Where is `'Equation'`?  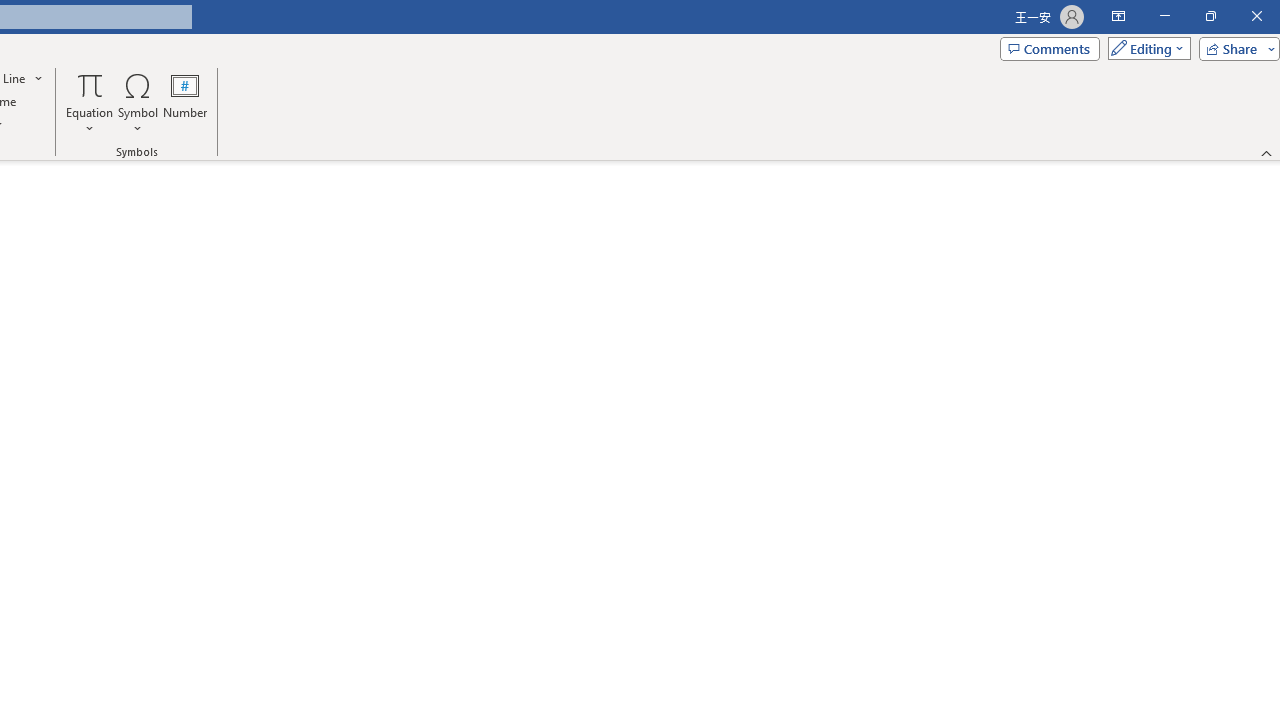 'Equation' is located at coordinates (89, 103).